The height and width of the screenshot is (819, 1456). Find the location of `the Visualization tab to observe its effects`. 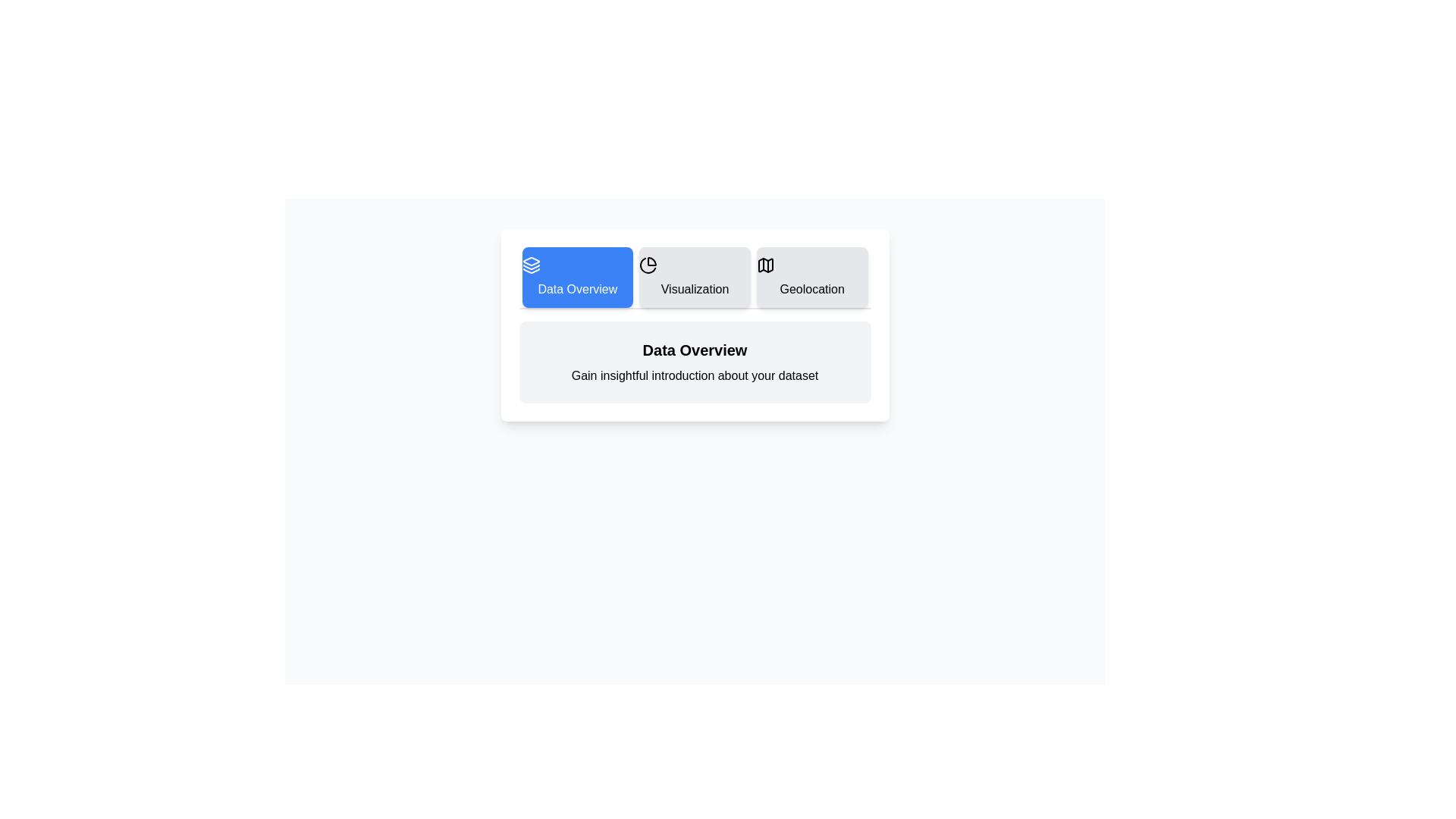

the Visualization tab to observe its effects is located at coordinates (694, 278).